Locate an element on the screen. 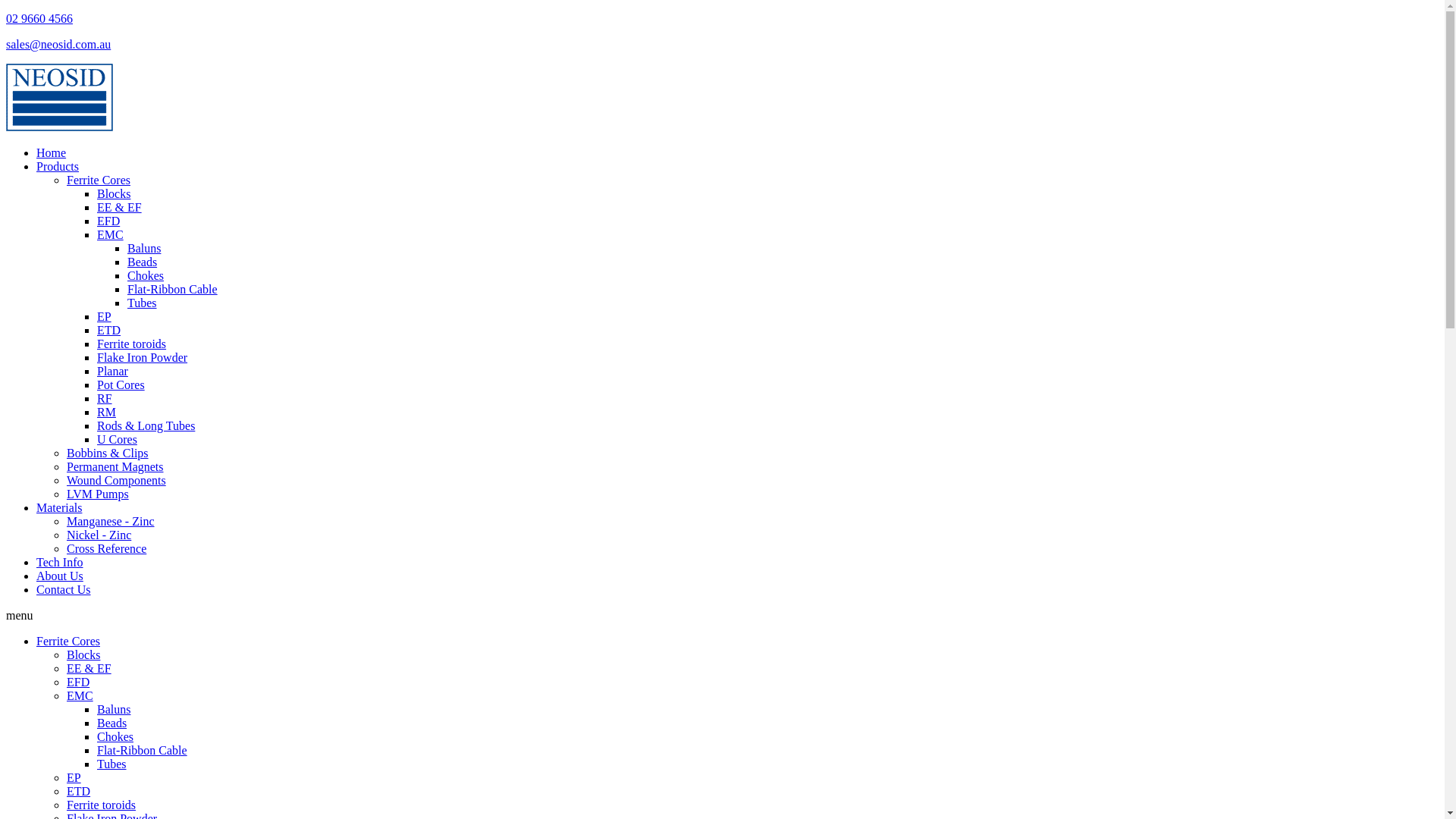  'EE & EF' is located at coordinates (88, 667).